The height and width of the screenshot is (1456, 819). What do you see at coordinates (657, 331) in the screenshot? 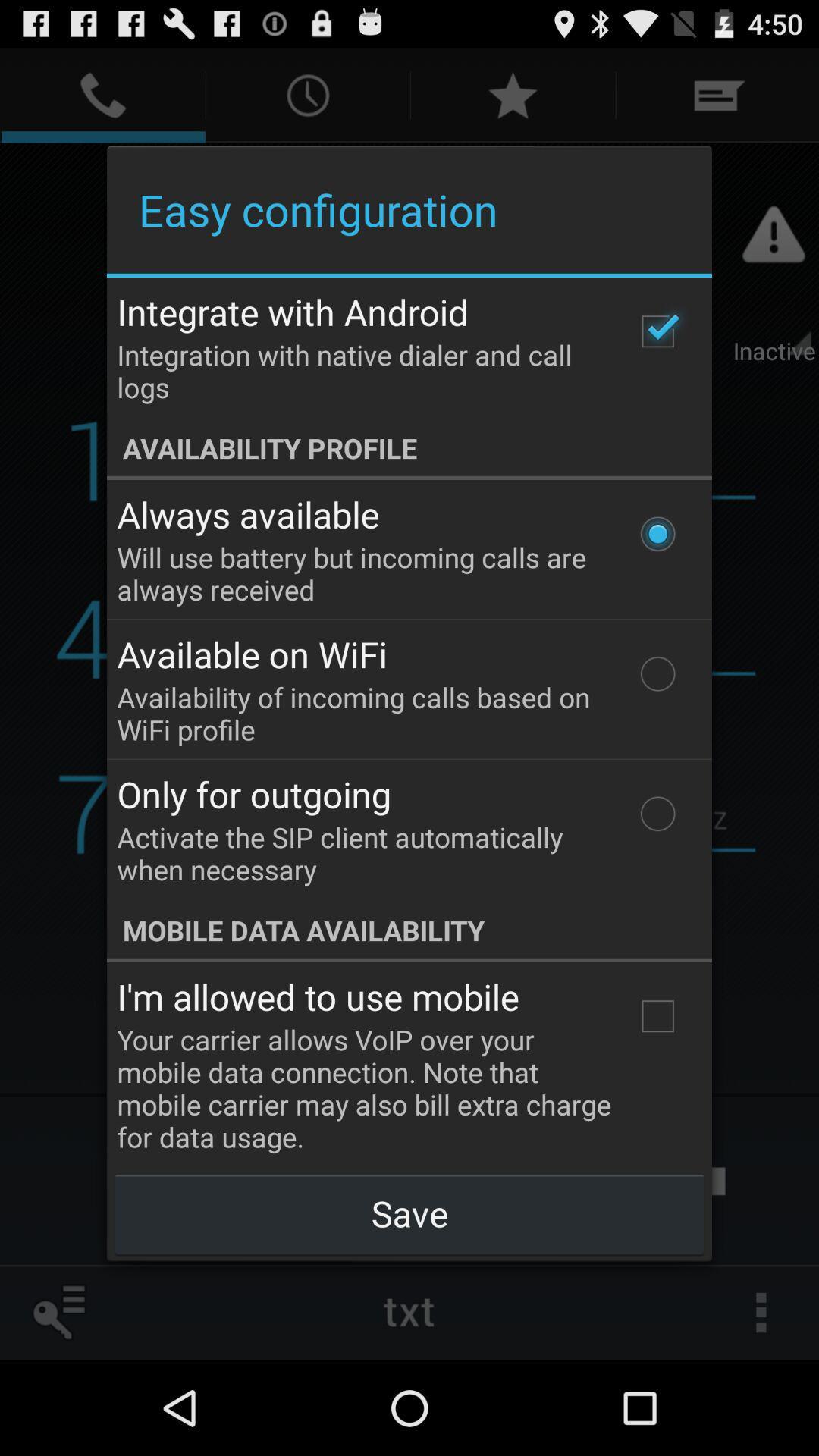
I see `checkbox at the top right corner` at bounding box center [657, 331].